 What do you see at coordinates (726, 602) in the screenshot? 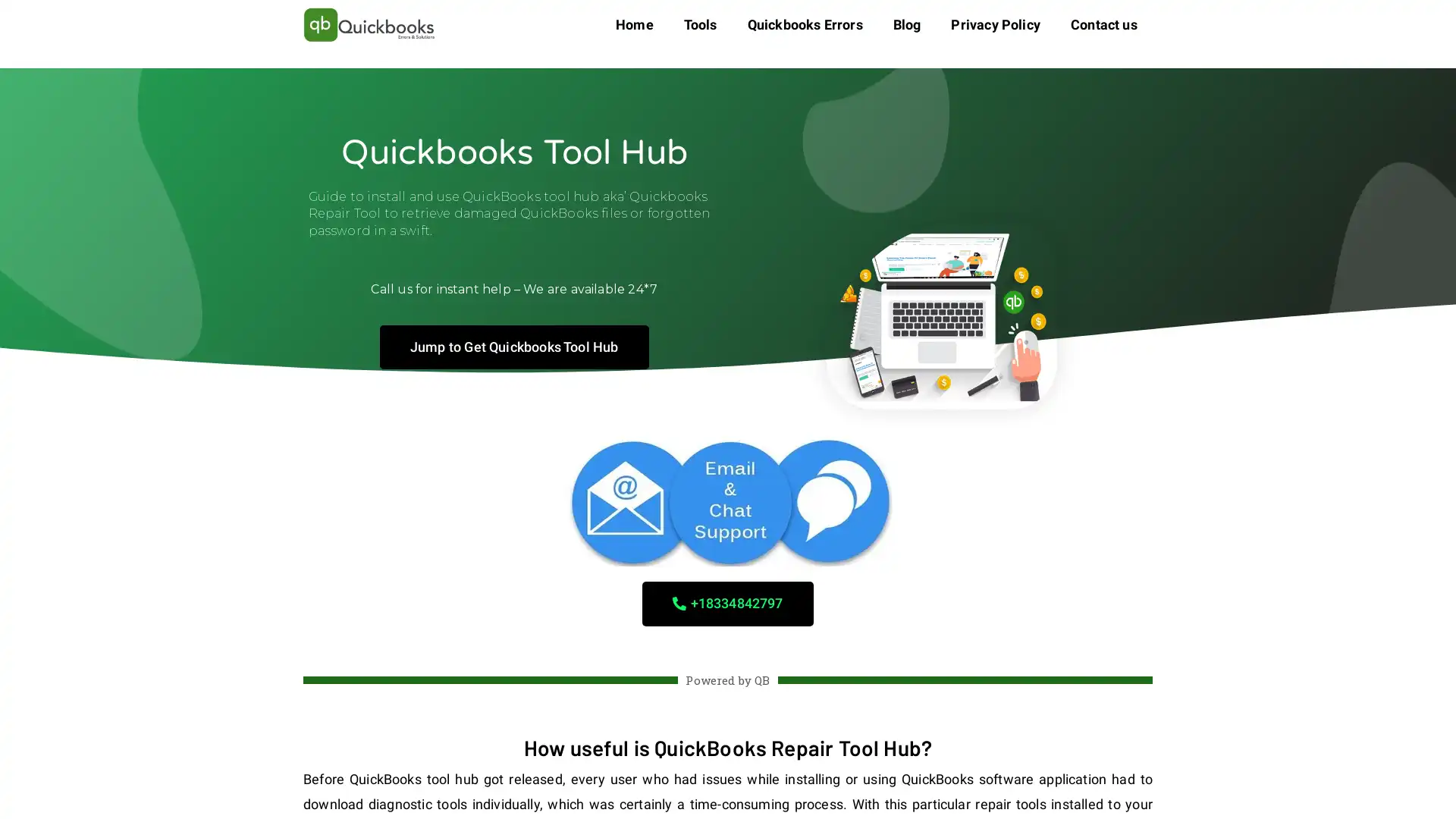
I see `+18334842797` at bounding box center [726, 602].